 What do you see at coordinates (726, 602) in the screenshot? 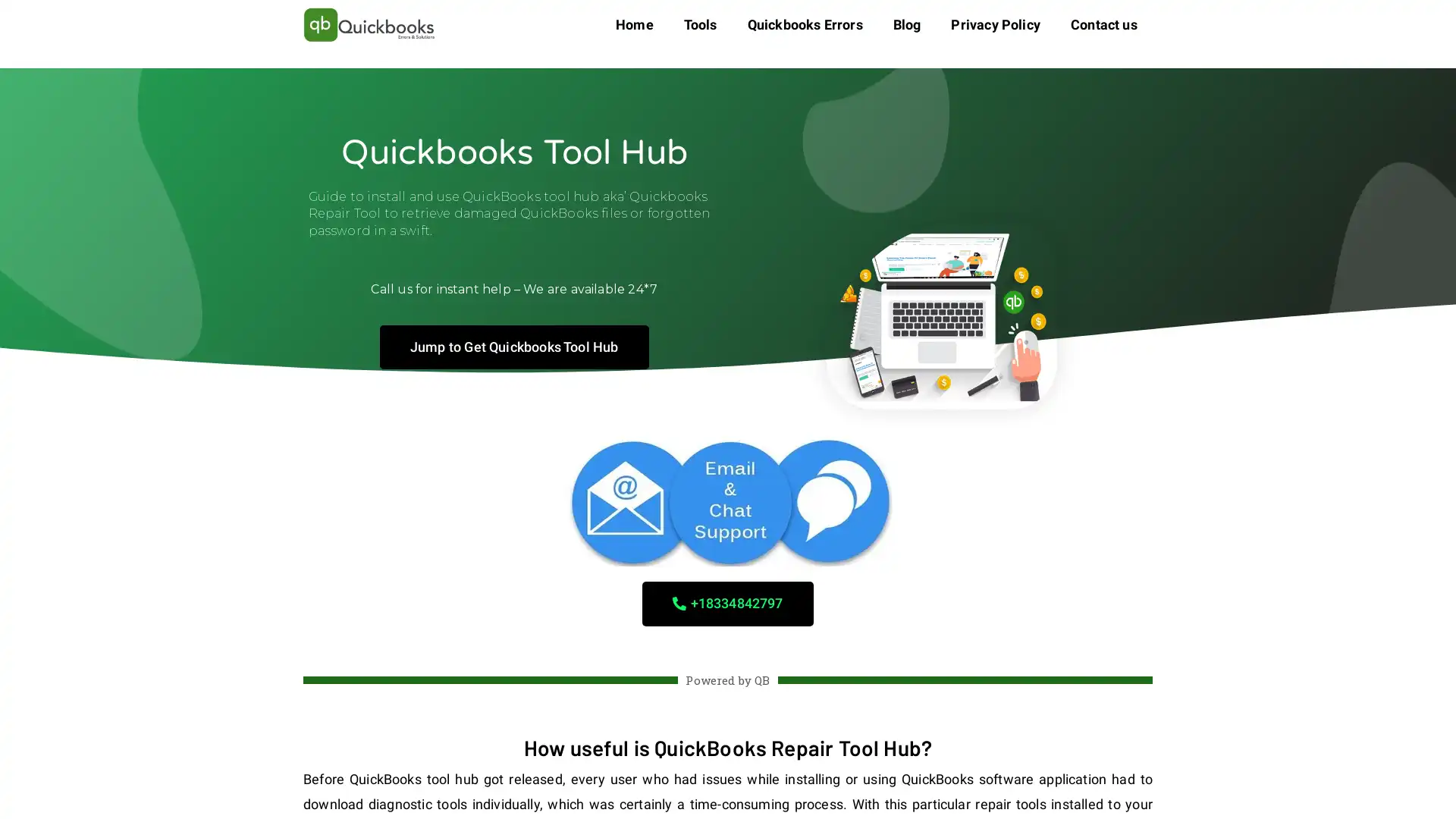
I see `+18334842797` at bounding box center [726, 602].